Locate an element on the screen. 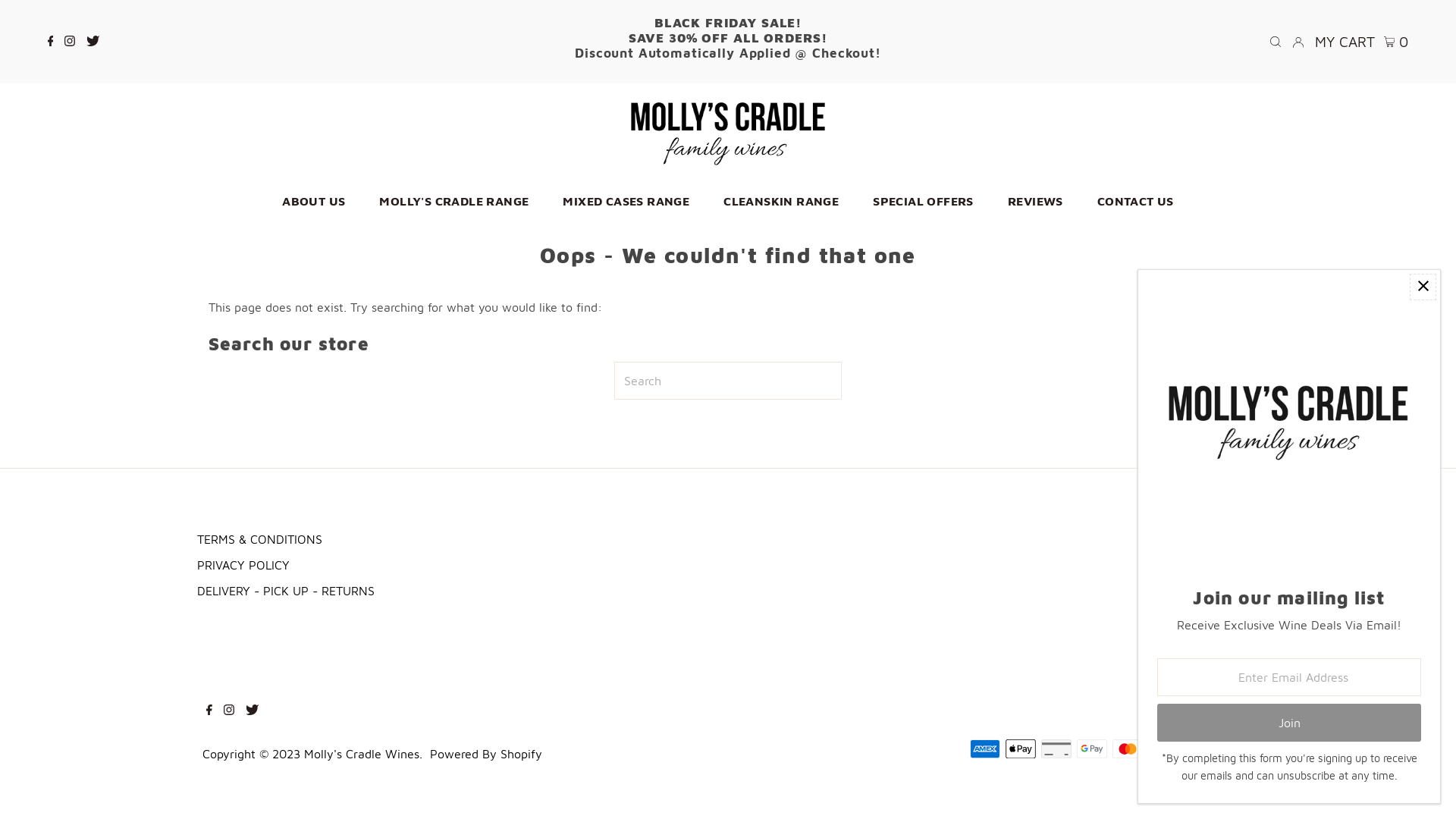 The height and width of the screenshot is (819, 1456). 'SPECIAL OFFERS' is located at coordinates (858, 200).